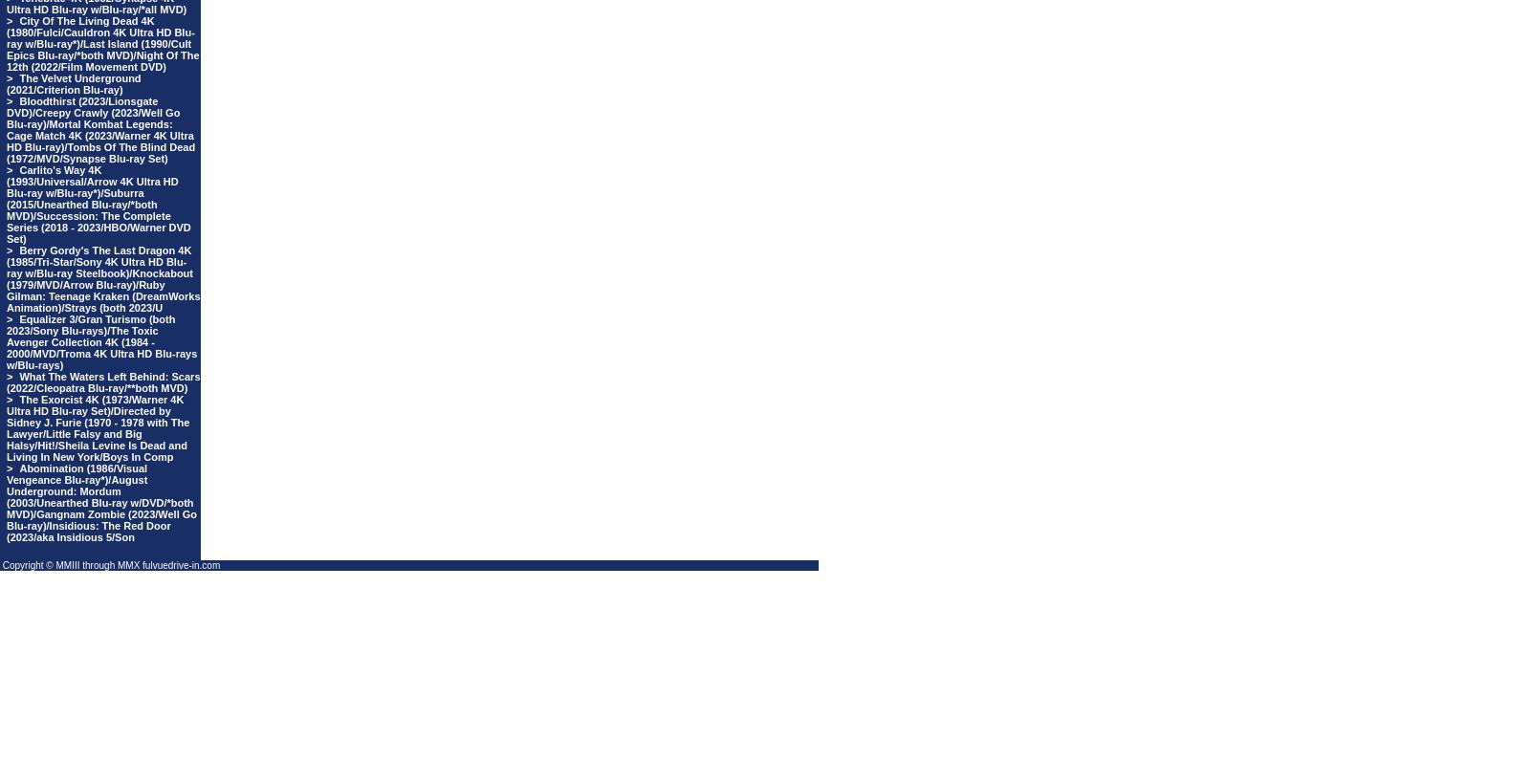 The image size is (1534, 784). Describe the element at coordinates (98, 204) in the screenshot. I see `'Carlito's Way 4K (1993/Universal/Arrow 4K Ultra HD Blu-ray w/Blu-ray*)/Suburra (2015/Unearthed Blu-ray/*both MVD)/Succession: The Complete Series (2018 - 2023/HBO/Warner DVD Set)'` at that location.